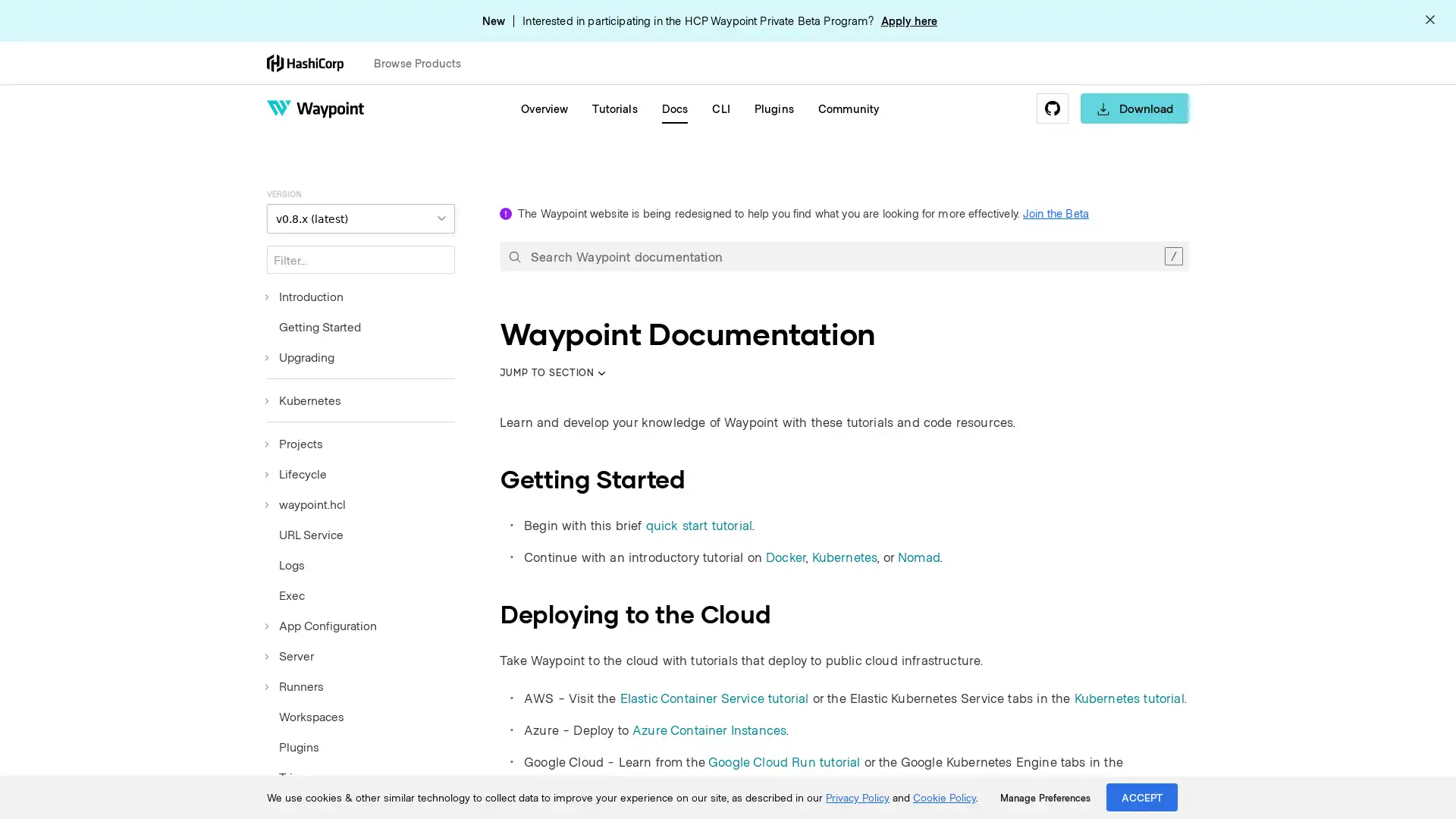  Describe the element at coordinates (1172, 256) in the screenshot. I see `Clear the search query.` at that location.